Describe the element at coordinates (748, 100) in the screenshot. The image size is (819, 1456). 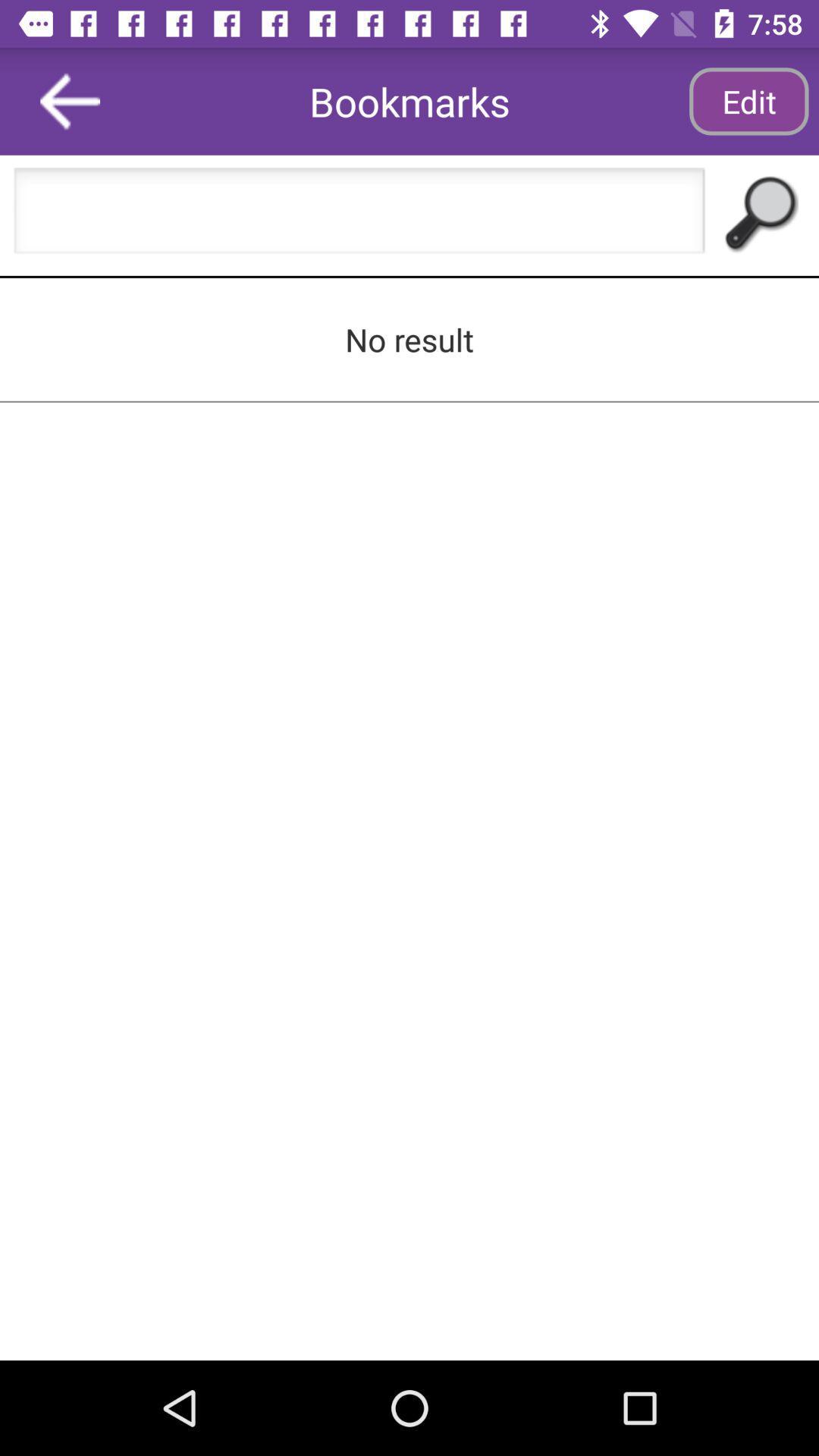
I see `item next to bookmarks` at that location.